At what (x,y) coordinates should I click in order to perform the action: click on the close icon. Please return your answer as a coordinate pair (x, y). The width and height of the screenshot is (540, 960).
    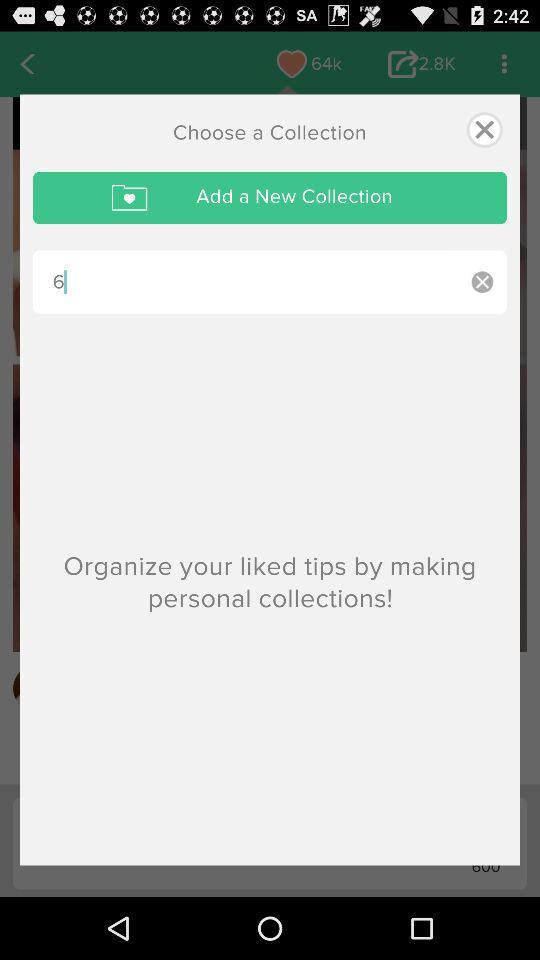
    Looking at the image, I should click on (481, 290).